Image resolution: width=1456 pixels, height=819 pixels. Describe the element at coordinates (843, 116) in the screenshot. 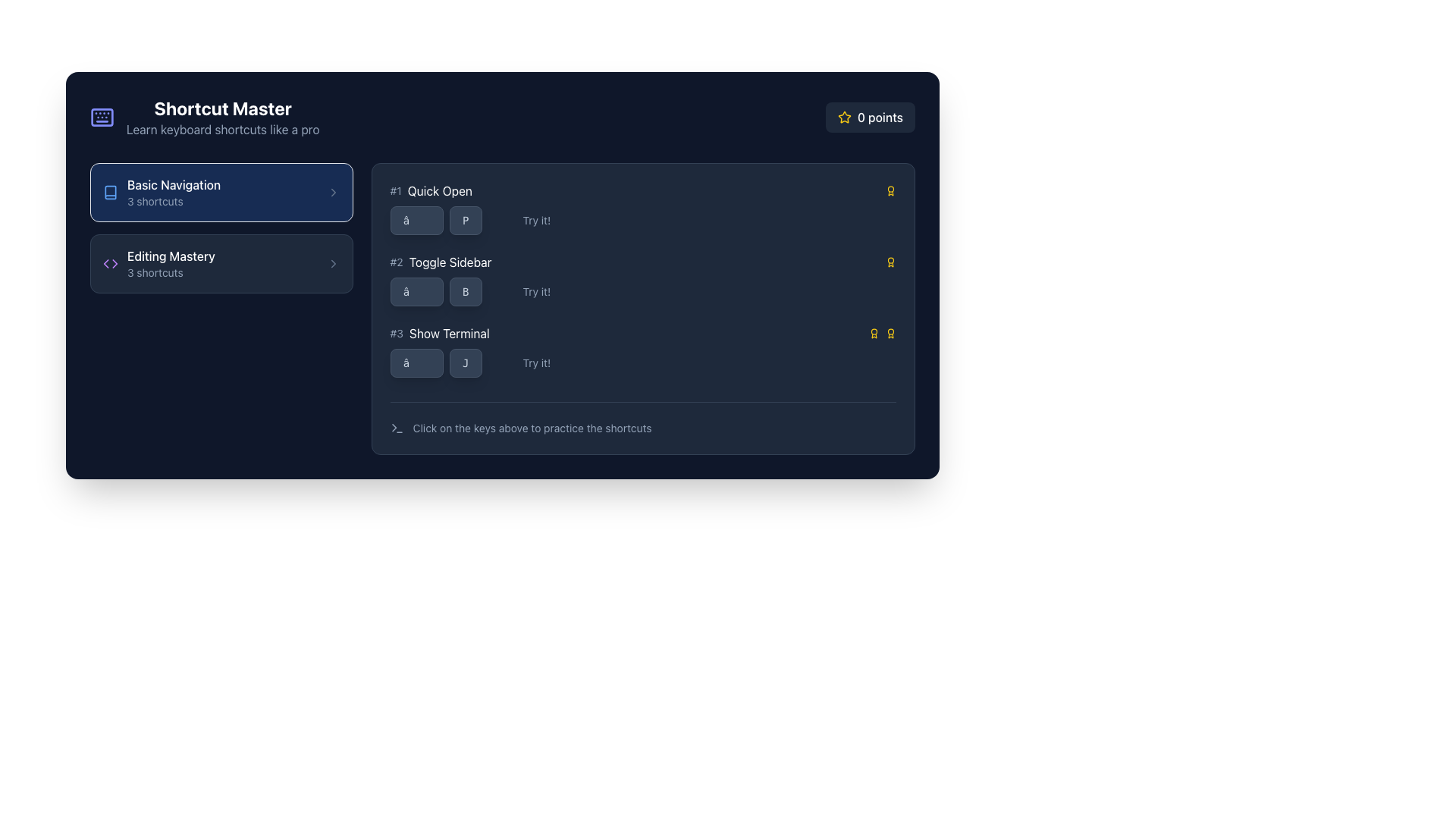

I see `the decorative icon representing points, ratings, or achievements located in the top-right section of the UI, adjacent to the '0 points' badge` at that location.